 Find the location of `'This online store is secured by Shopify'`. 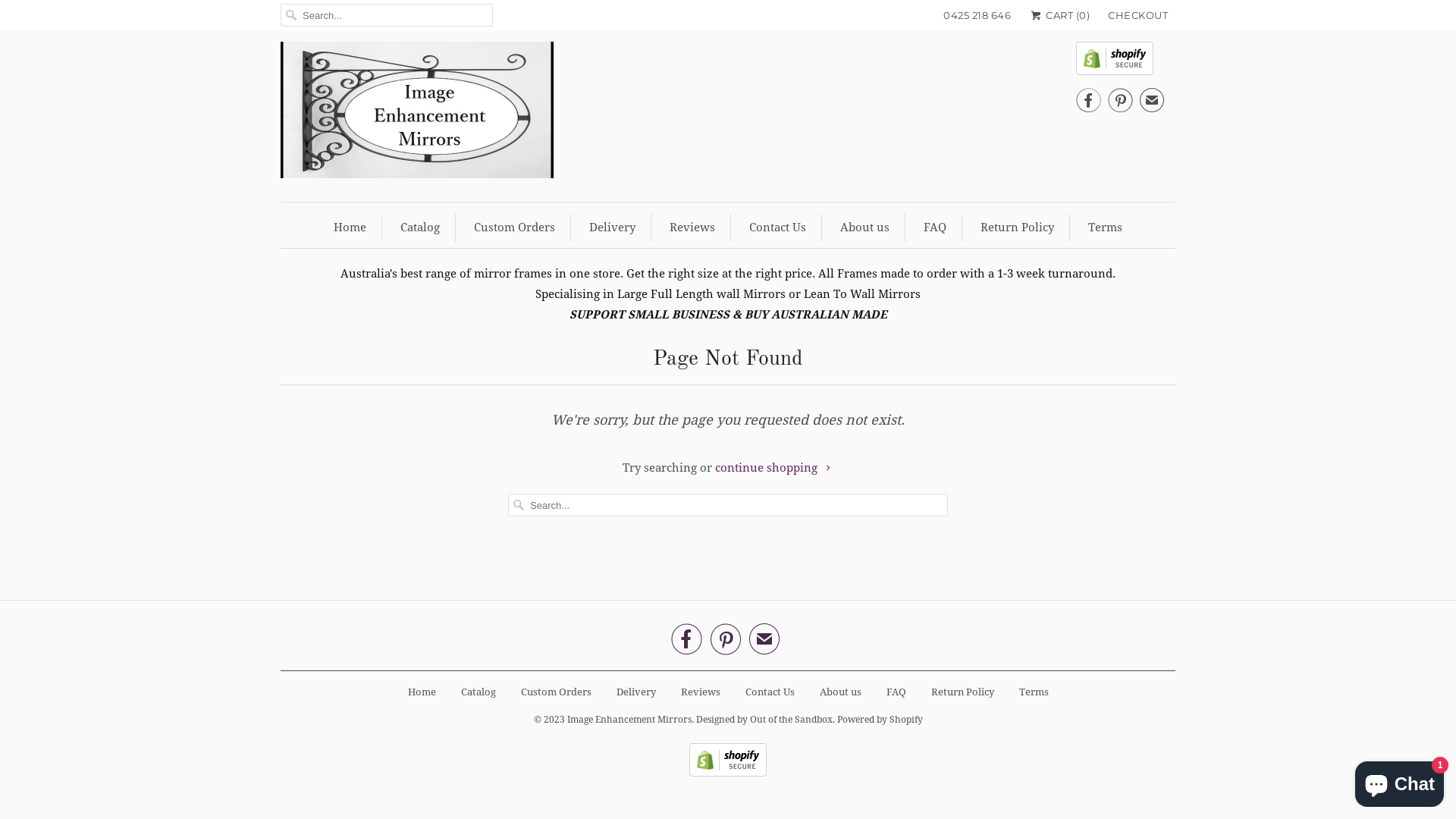

'This online store is secured by Shopify' is located at coordinates (688, 773).